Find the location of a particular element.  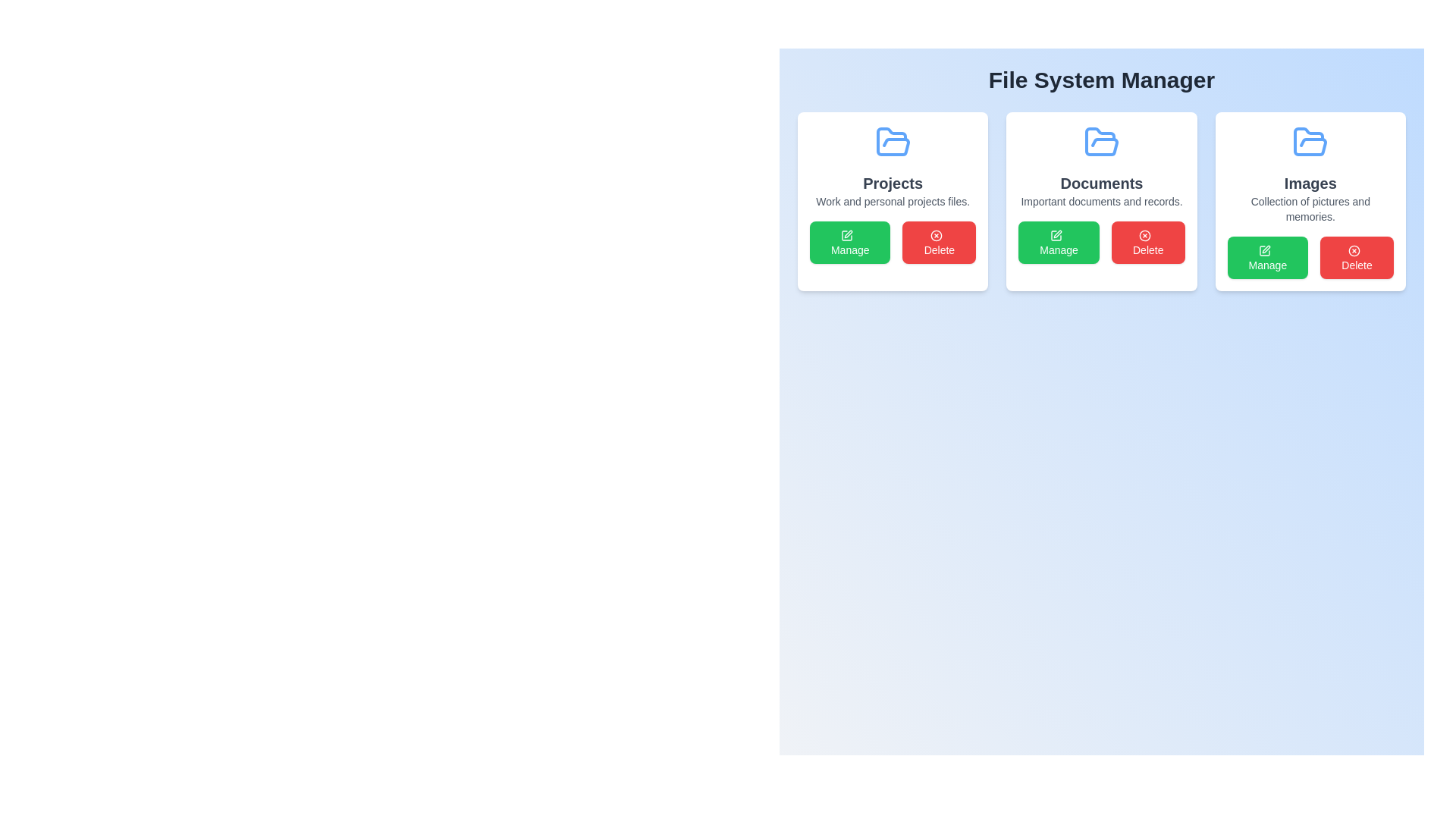

the static text label displaying 'Documents' in bold, located beneath the folder icon in the central card of the layout is located at coordinates (1102, 183).